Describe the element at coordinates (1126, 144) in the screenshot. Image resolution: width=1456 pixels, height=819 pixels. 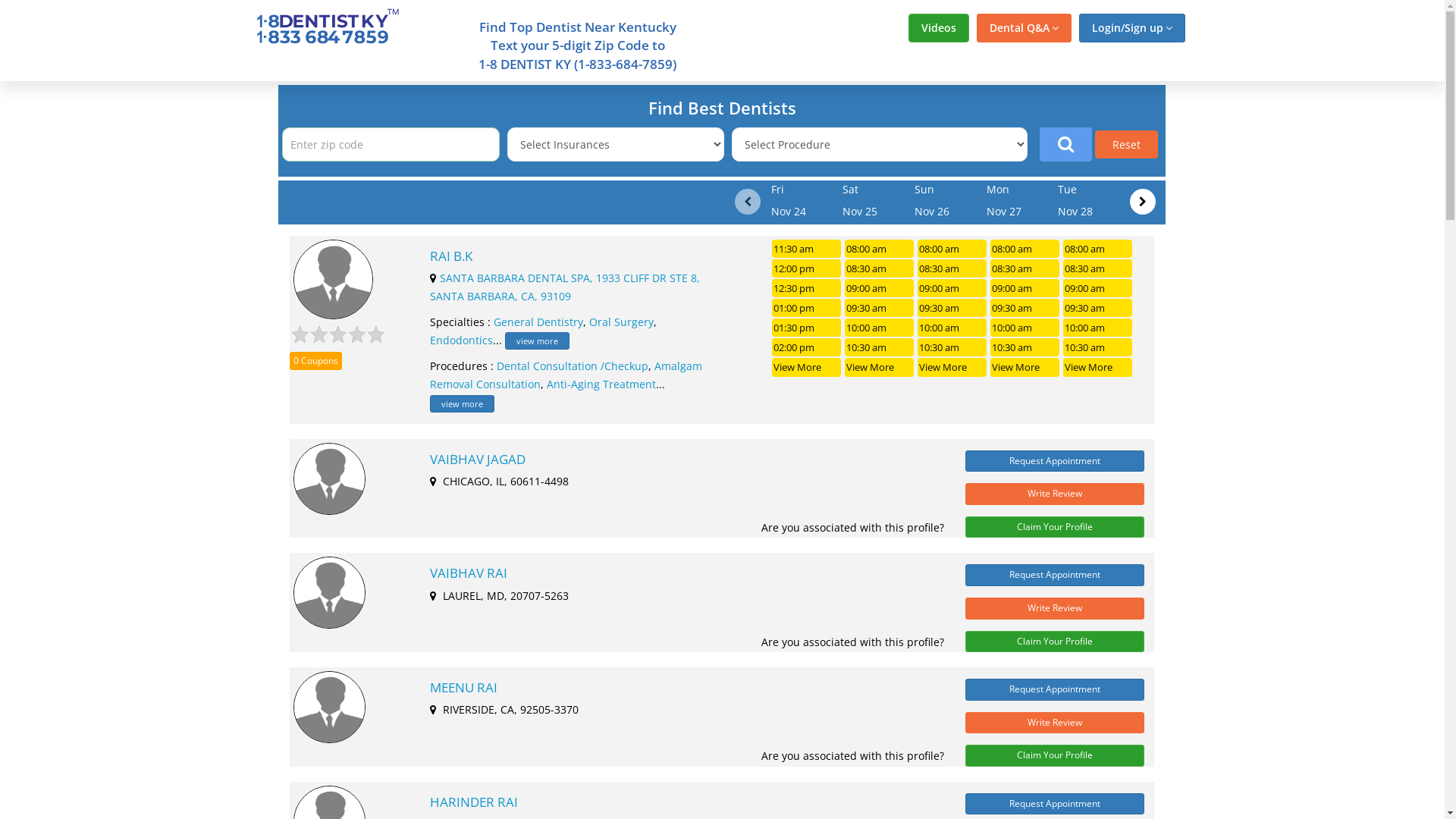
I see `'Reset'` at that location.